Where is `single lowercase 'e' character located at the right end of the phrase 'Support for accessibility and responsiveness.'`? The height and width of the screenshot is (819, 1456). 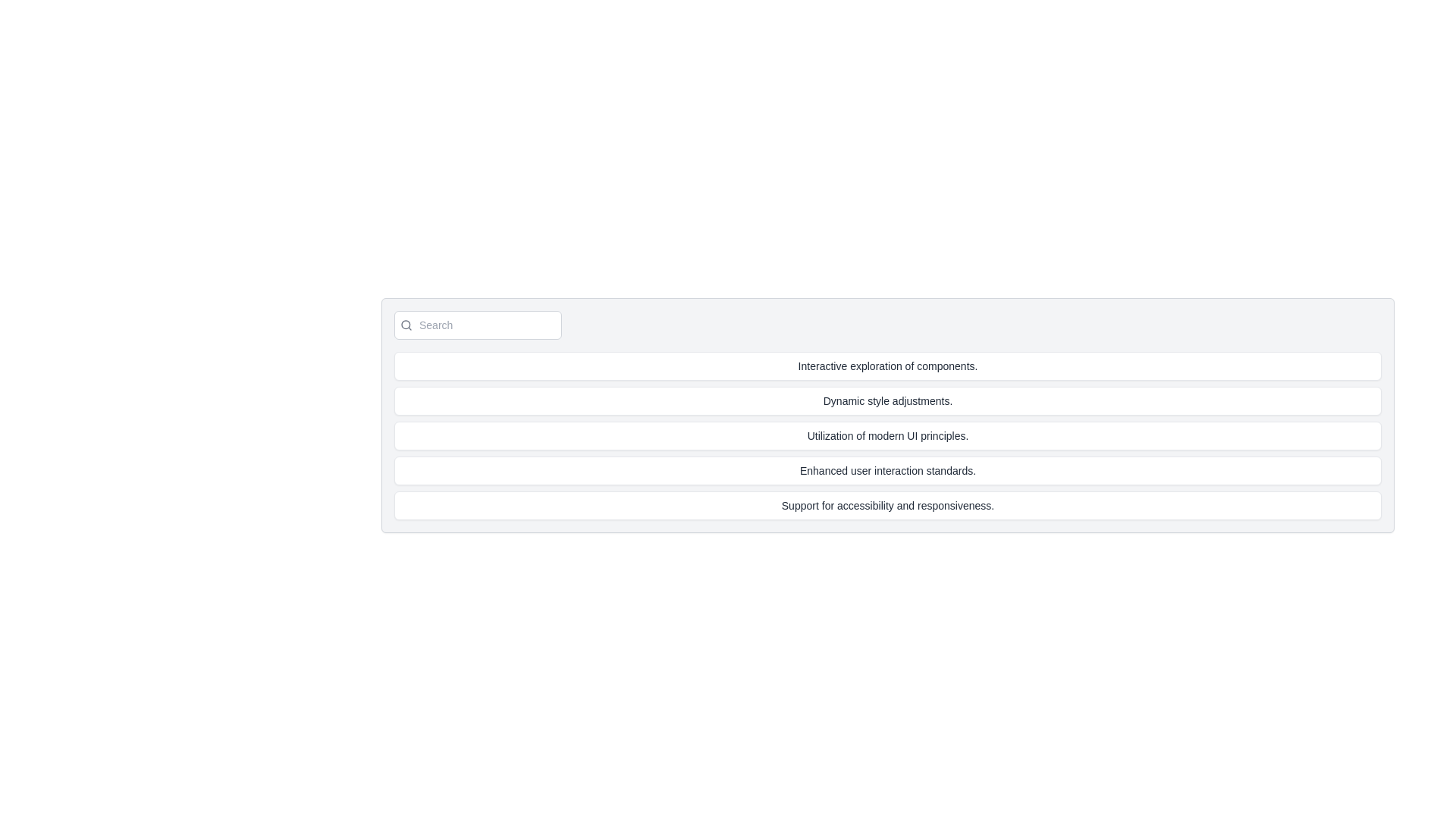 single lowercase 'e' character located at the right end of the phrase 'Support for accessibility and responsiveness.' is located at coordinates (977, 506).